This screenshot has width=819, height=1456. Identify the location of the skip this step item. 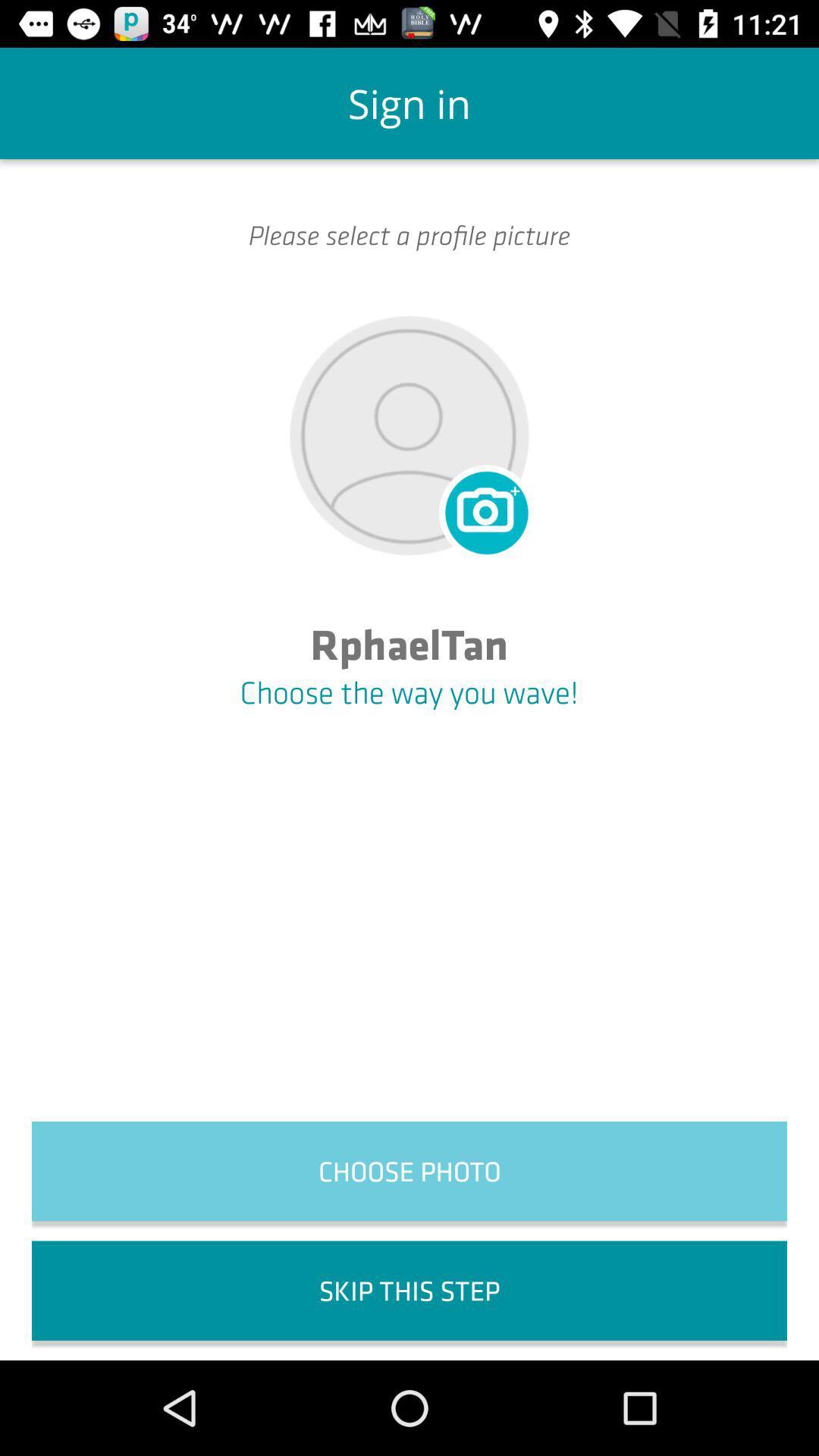
(409, 1290).